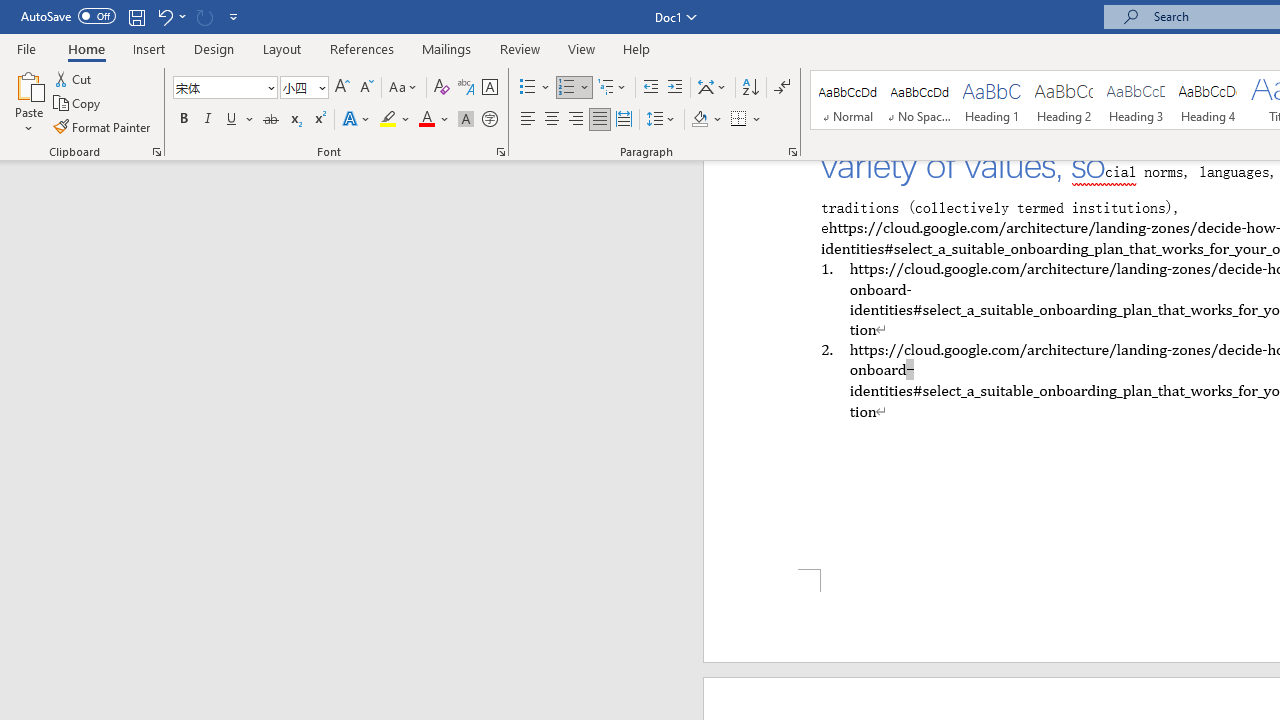 This screenshot has height=720, width=1280. I want to click on 'Superscript', so click(318, 119).